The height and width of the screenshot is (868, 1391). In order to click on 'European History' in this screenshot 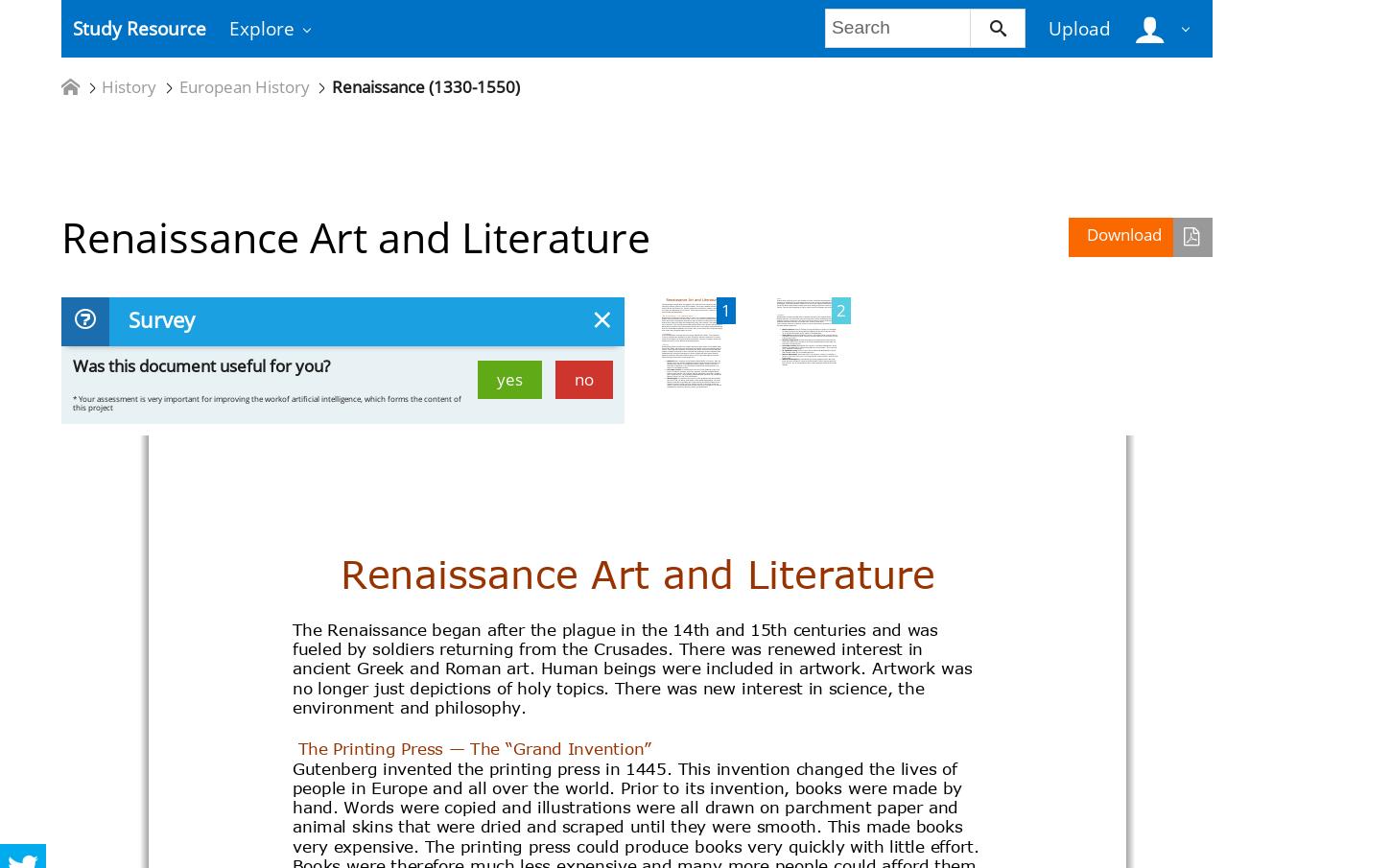, I will do `click(244, 86)`.